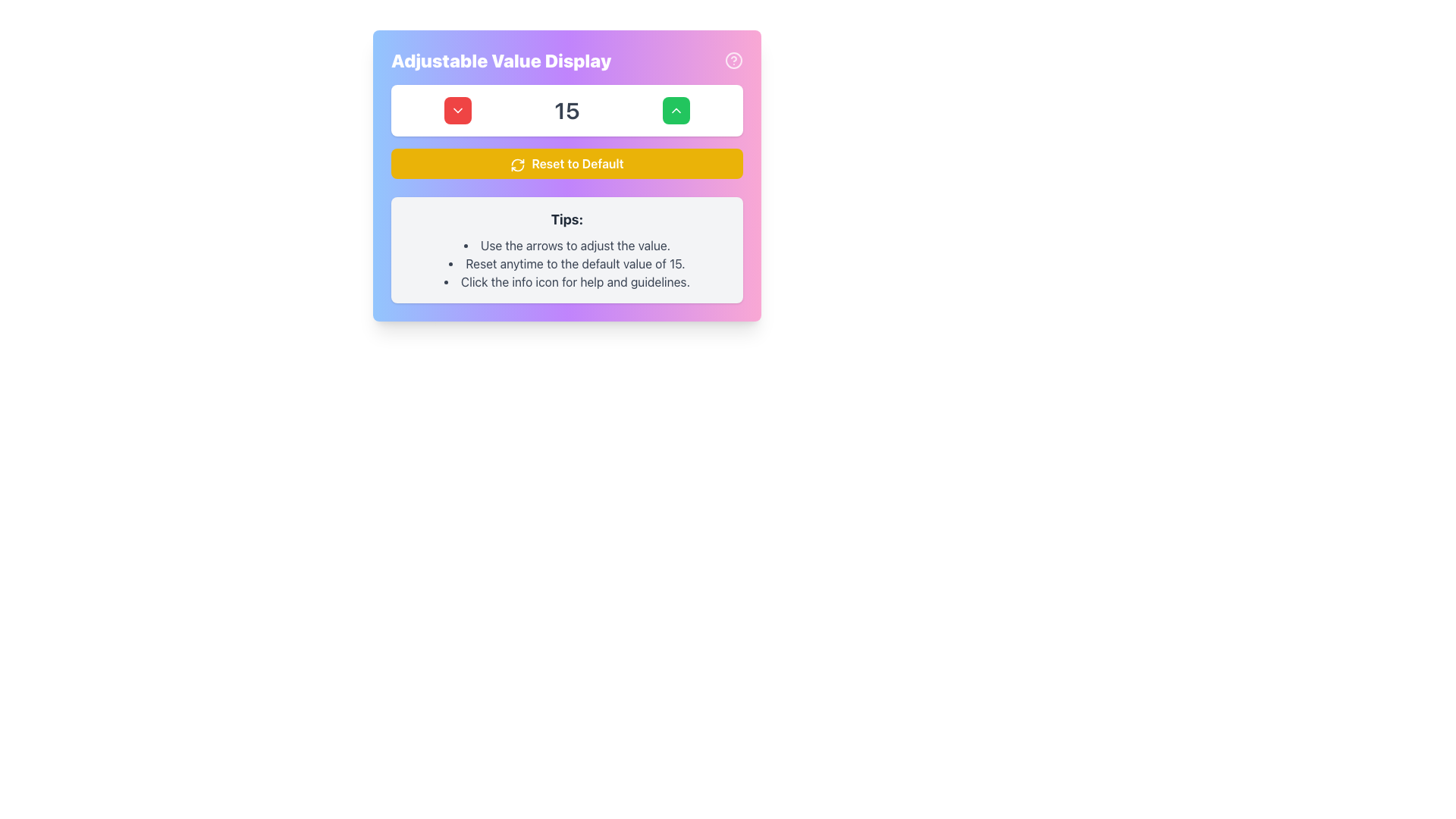 Image resolution: width=1456 pixels, height=819 pixels. What do you see at coordinates (457, 110) in the screenshot?
I see `the downward chevron arrow icon located inside the left red button in the header row to decrement a numerical value` at bounding box center [457, 110].